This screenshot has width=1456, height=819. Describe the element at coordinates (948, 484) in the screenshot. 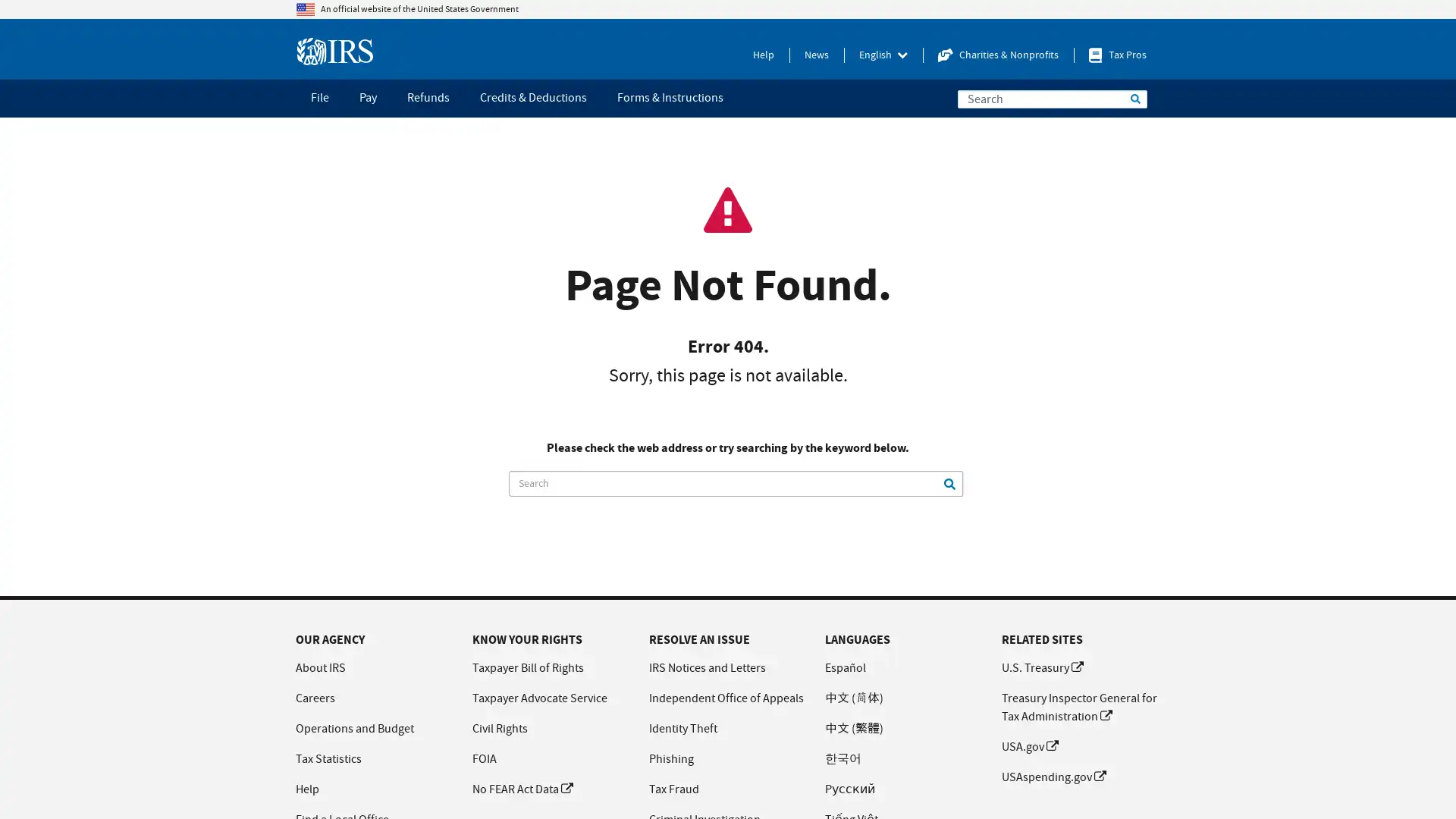

I see `Search` at that location.